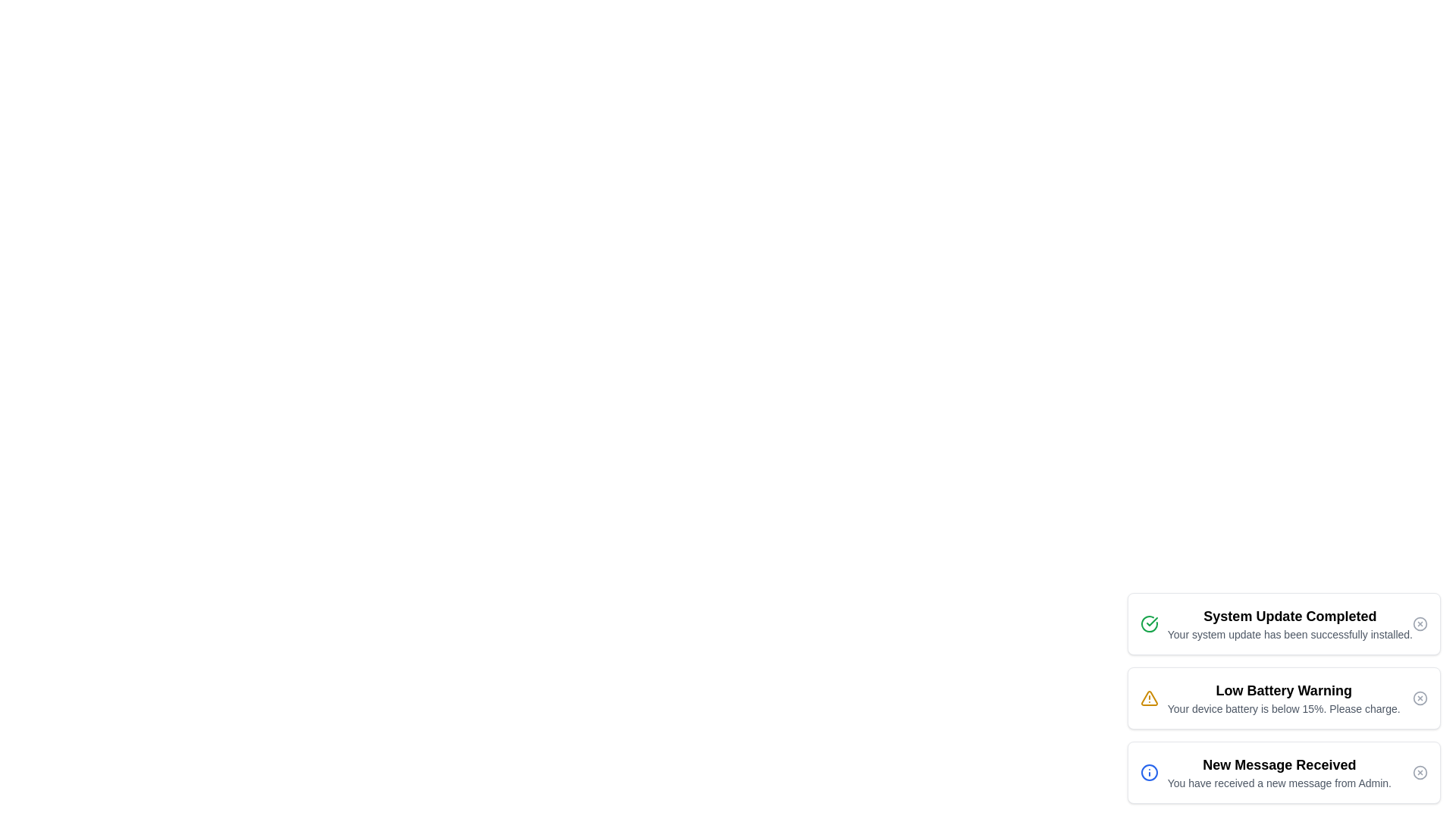 The height and width of the screenshot is (819, 1456). Describe the element at coordinates (1149, 698) in the screenshot. I see `the triangular warning icon with a centered exclamation mark, located to the left of the 'Low Battery Warning' text in the second notification card` at that location.